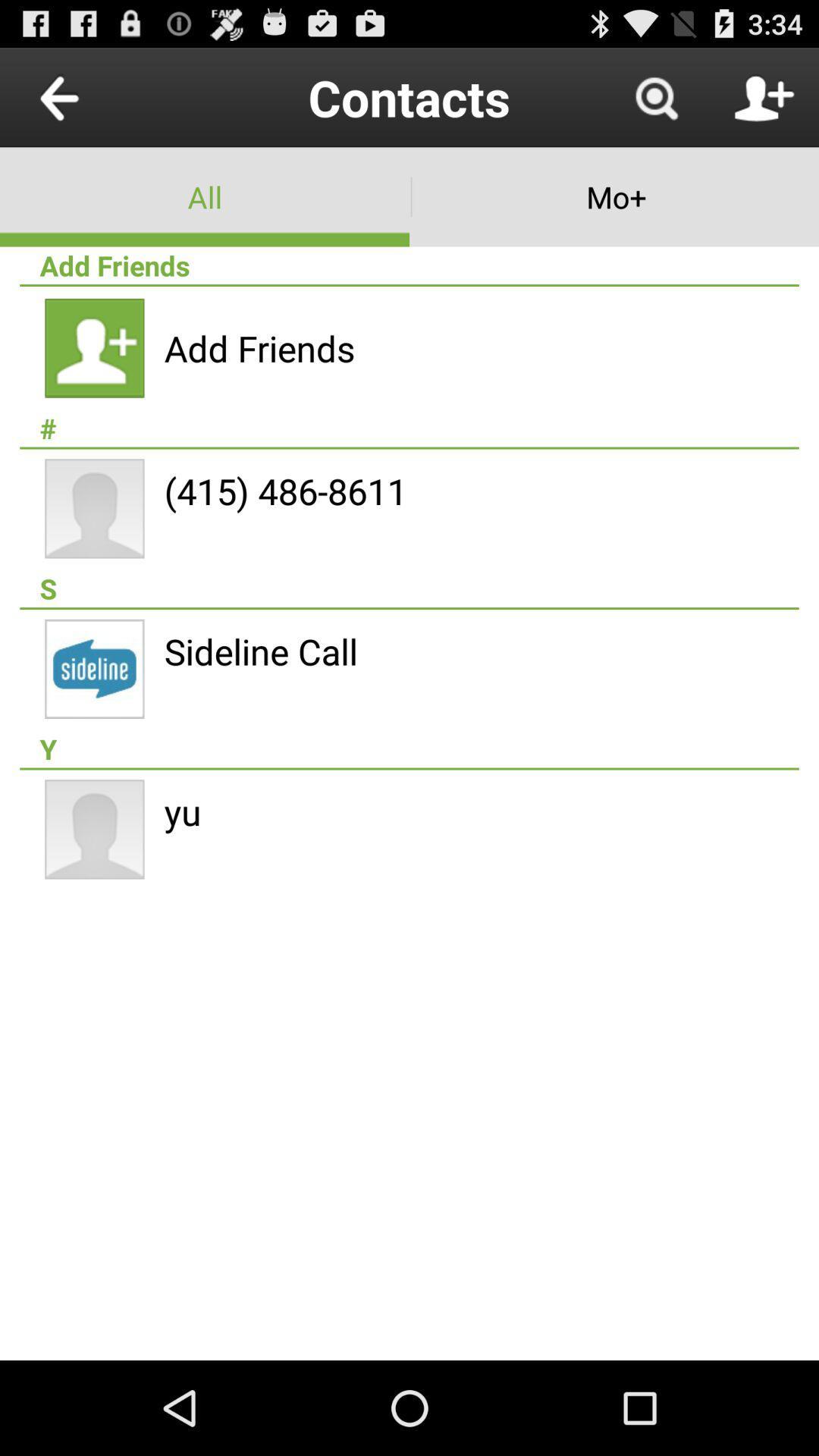 This screenshot has height=1456, width=819. I want to click on the item next to the contacts item, so click(655, 96).